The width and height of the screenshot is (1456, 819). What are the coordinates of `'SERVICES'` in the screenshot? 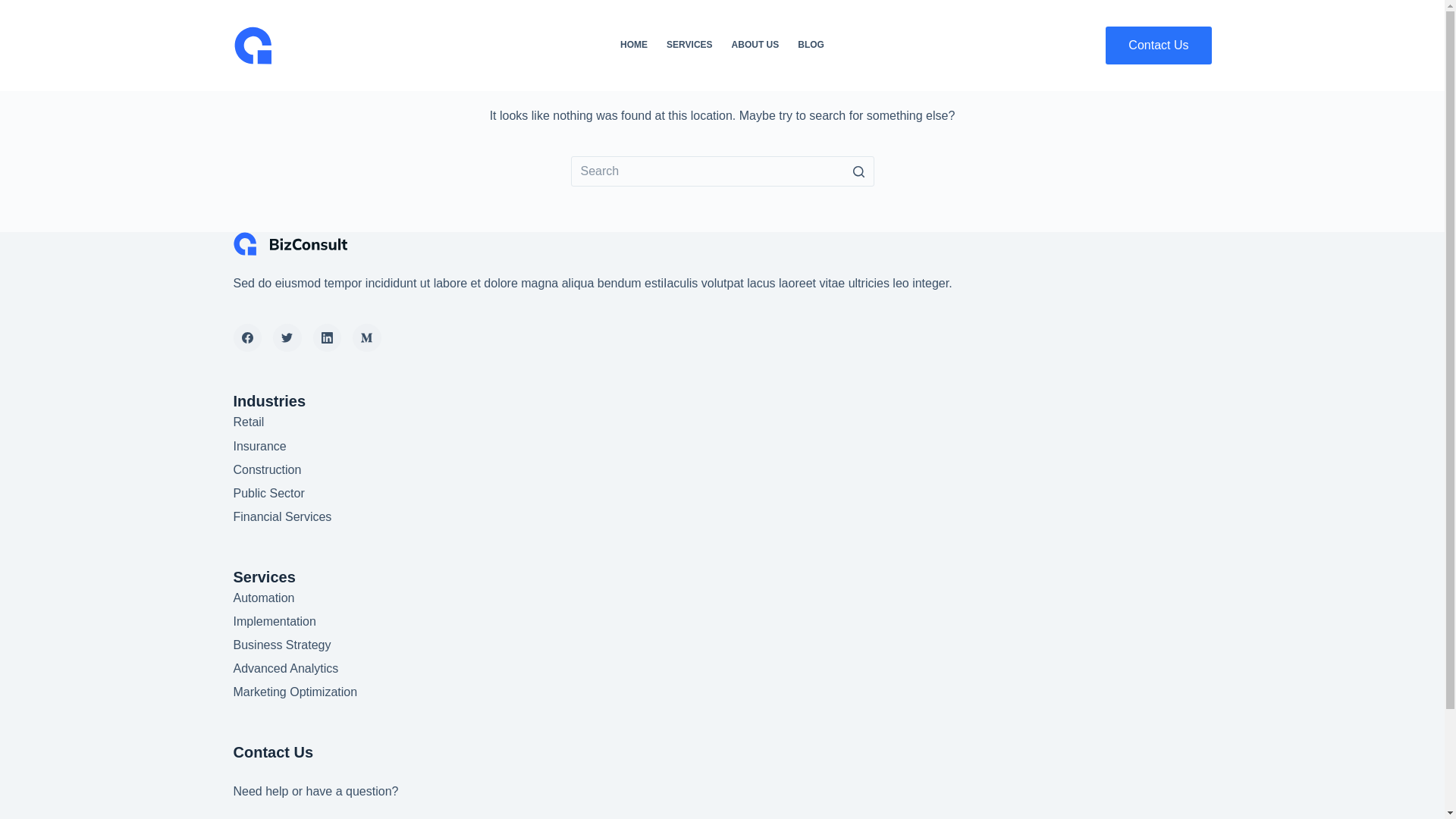 It's located at (657, 45).